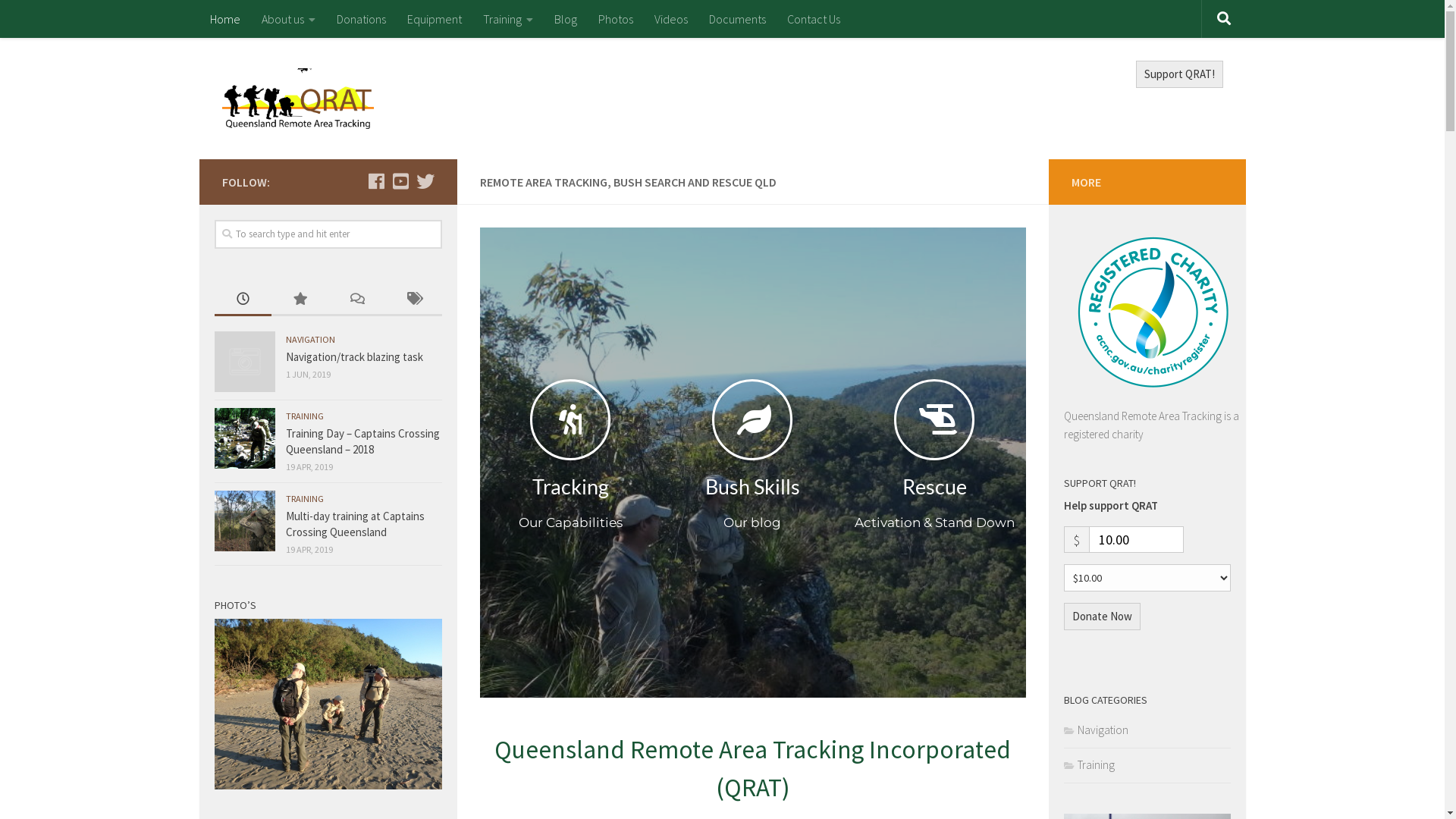 The image size is (1456, 819). Describe the element at coordinates (432, 18) in the screenshot. I see `'Equipment'` at that location.